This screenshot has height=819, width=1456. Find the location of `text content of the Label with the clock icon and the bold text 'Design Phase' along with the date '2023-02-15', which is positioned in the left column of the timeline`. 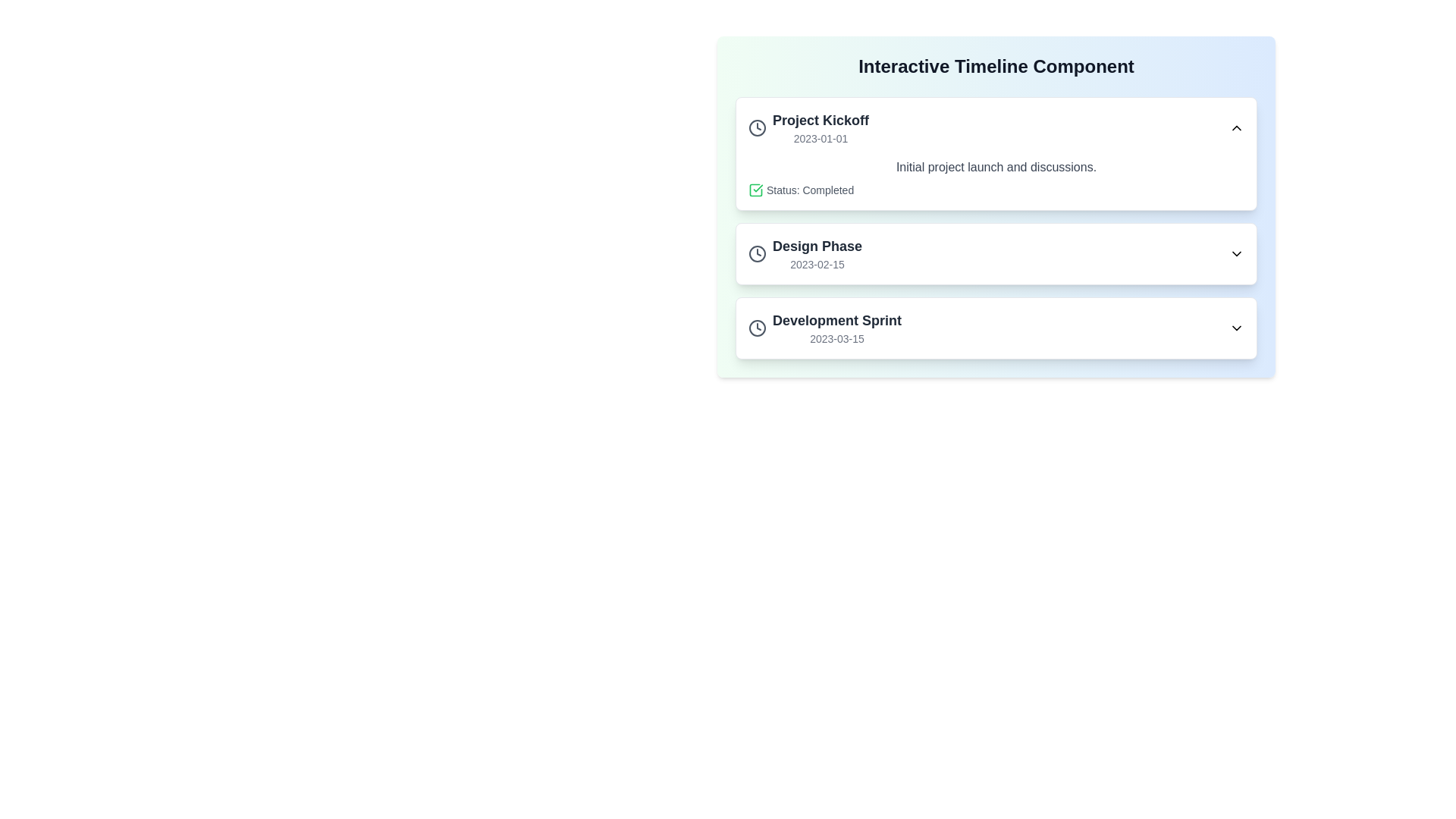

text content of the Label with the clock icon and the bold text 'Design Phase' along with the date '2023-02-15', which is positioned in the left column of the timeline is located at coordinates (804, 253).